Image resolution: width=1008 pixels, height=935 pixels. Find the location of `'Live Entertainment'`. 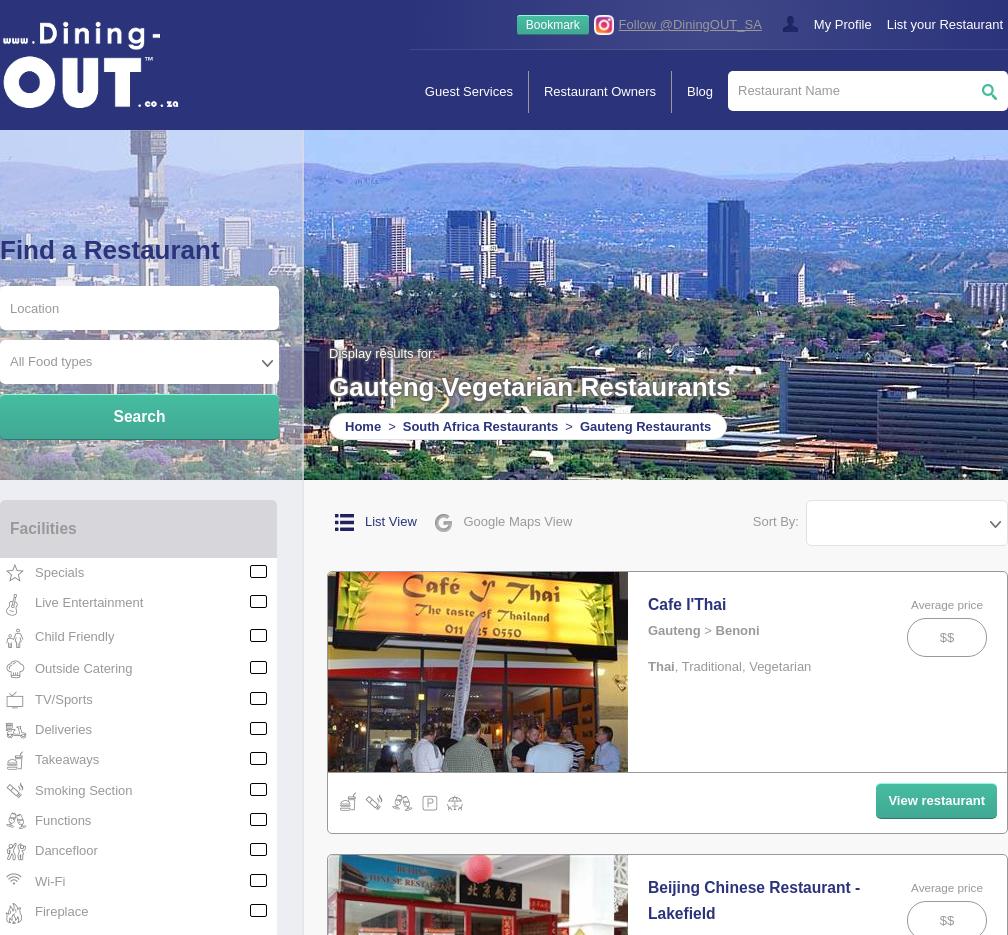

'Live Entertainment' is located at coordinates (89, 601).